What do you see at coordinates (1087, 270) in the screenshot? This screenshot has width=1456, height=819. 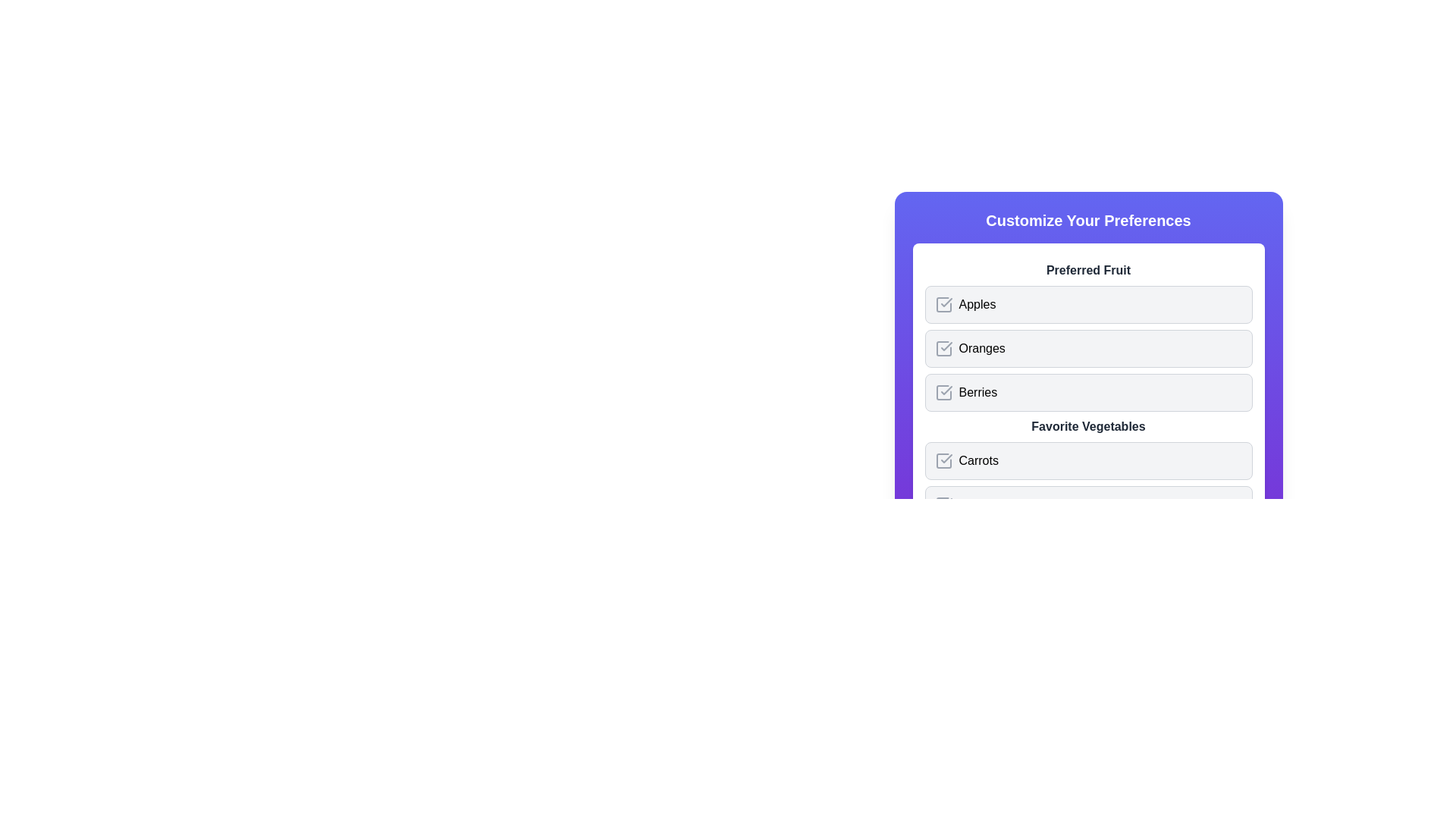 I see `the static text label that introduces the list of items 'Apples', 'Oranges', and 'Berries', positioned at the top of the form and horizontally centered in the interface` at bounding box center [1087, 270].